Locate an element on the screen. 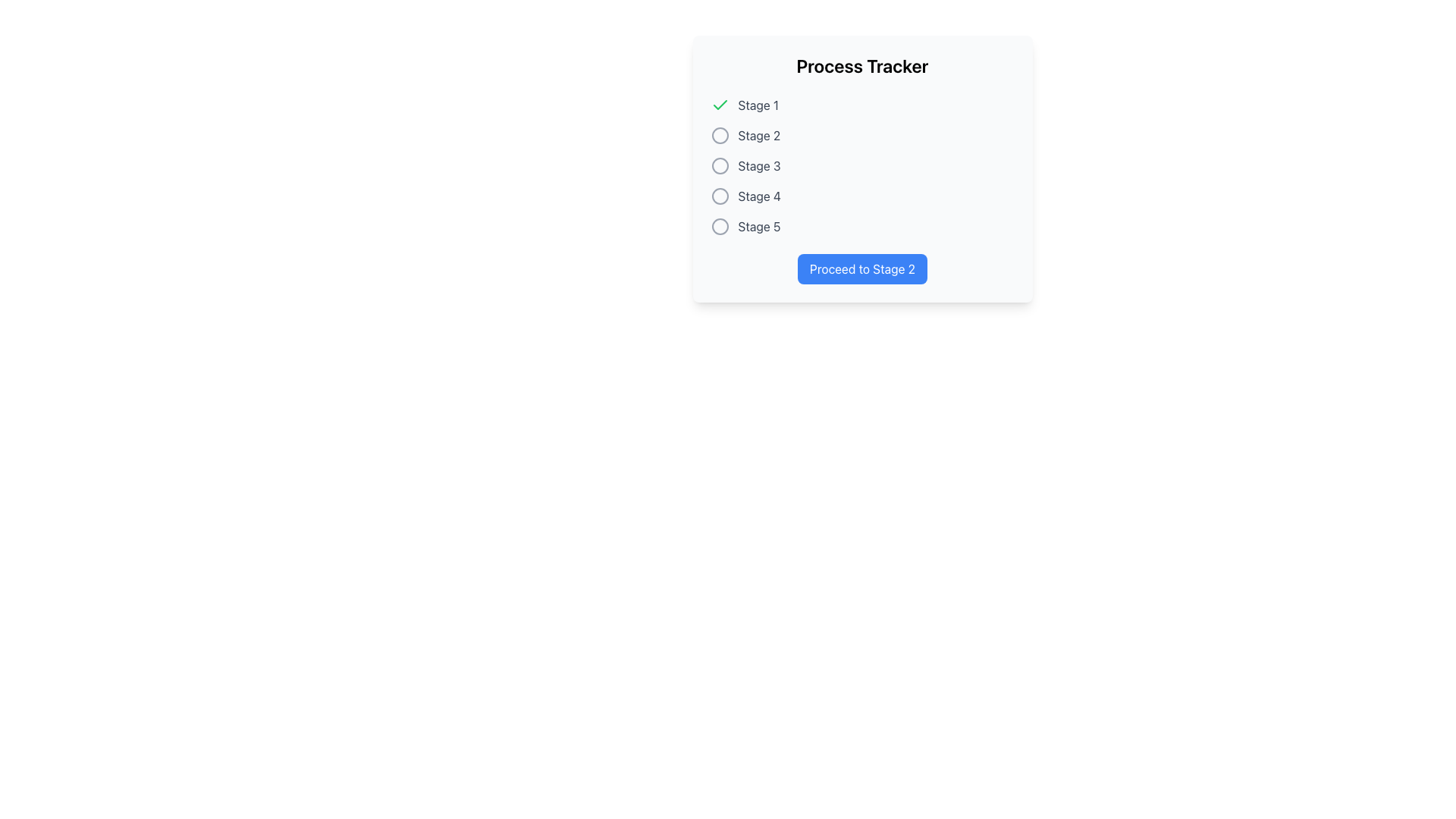 This screenshot has width=1456, height=819. the 'Stage 3' label in the step tracker interface is located at coordinates (745, 166).